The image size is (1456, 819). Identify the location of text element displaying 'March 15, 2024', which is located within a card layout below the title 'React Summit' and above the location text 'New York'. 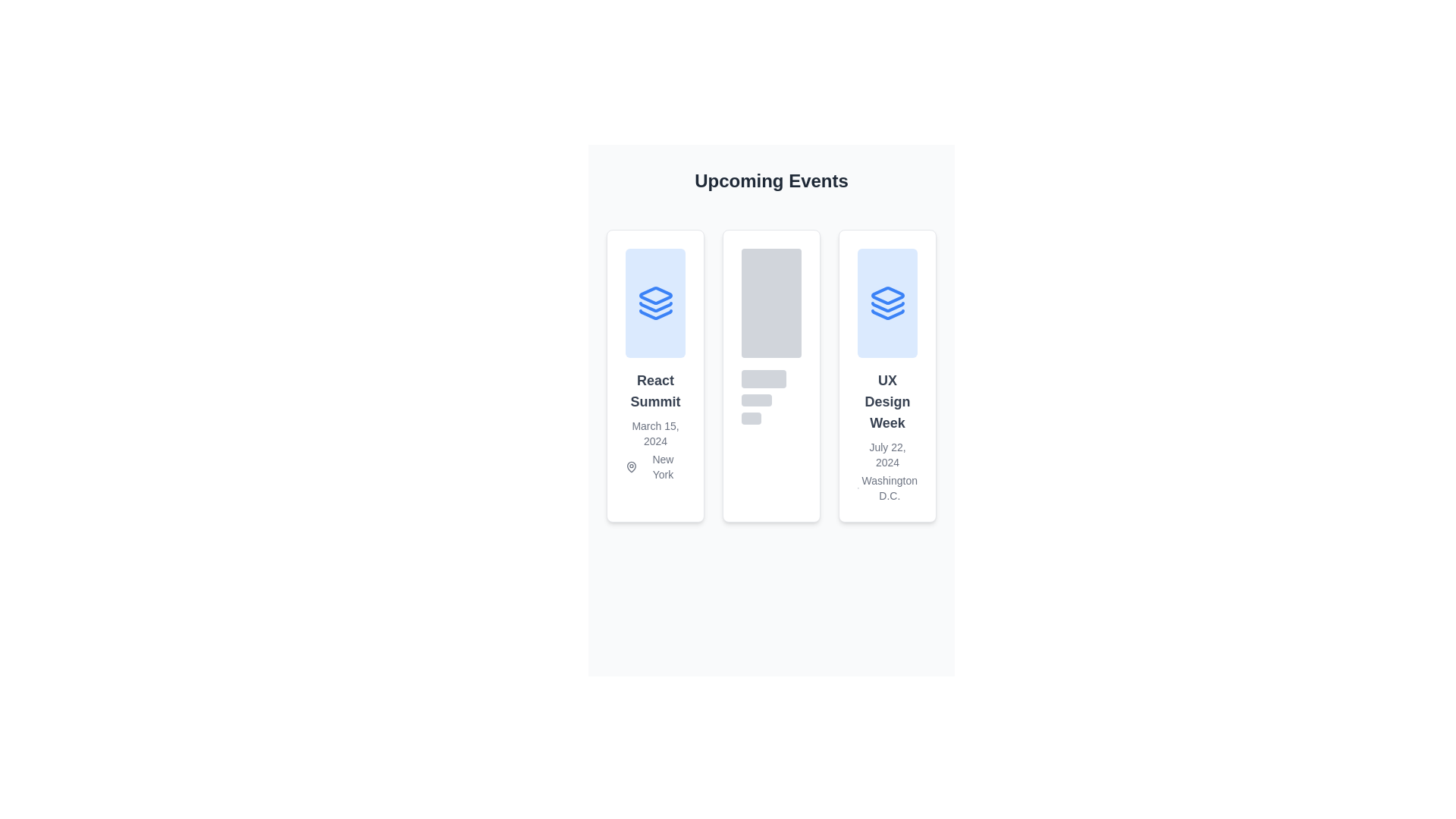
(655, 433).